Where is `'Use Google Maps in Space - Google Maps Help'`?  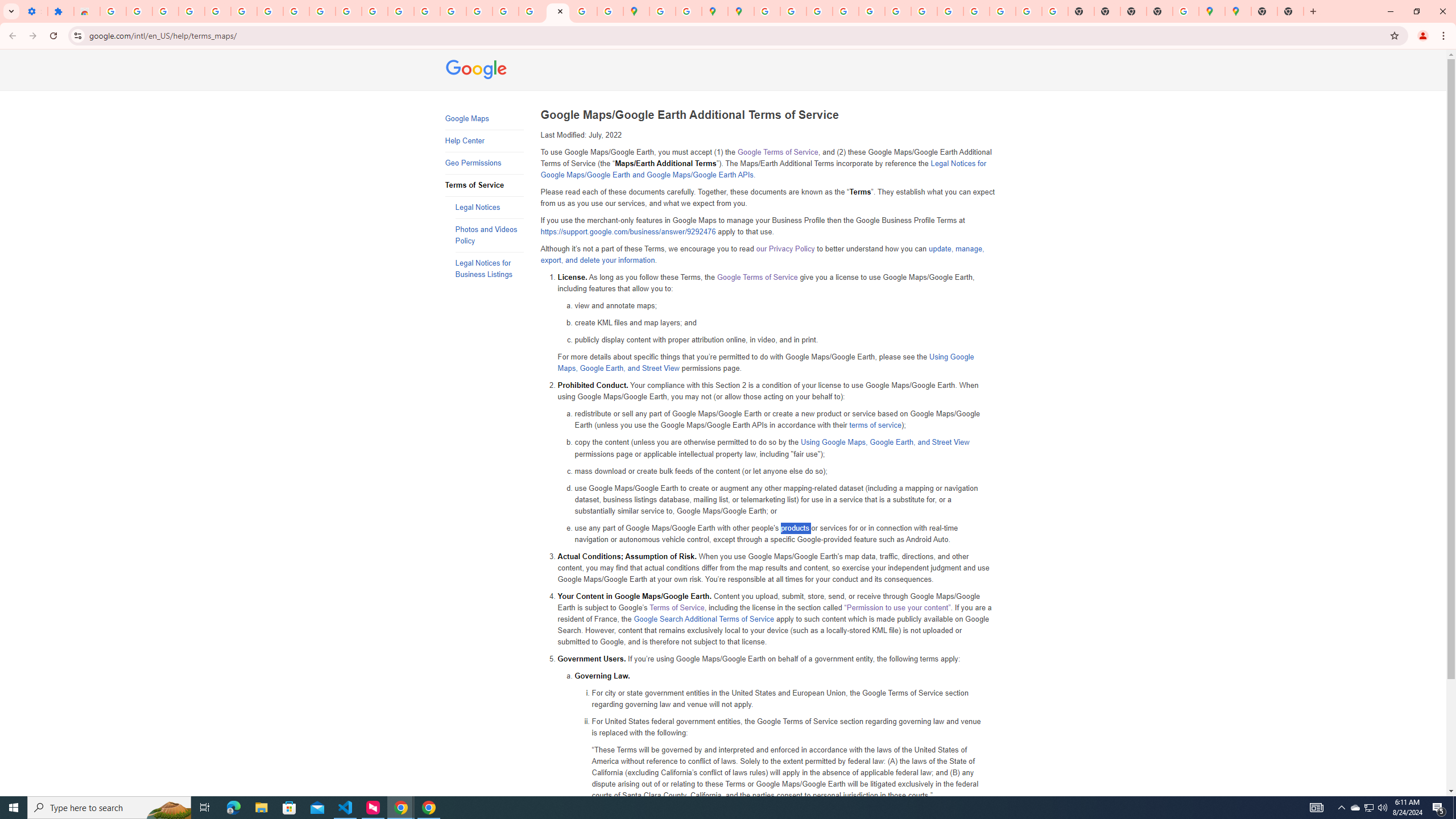 'Use Google Maps in Space - Google Maps Help' is located at coordinates (1185, 11).